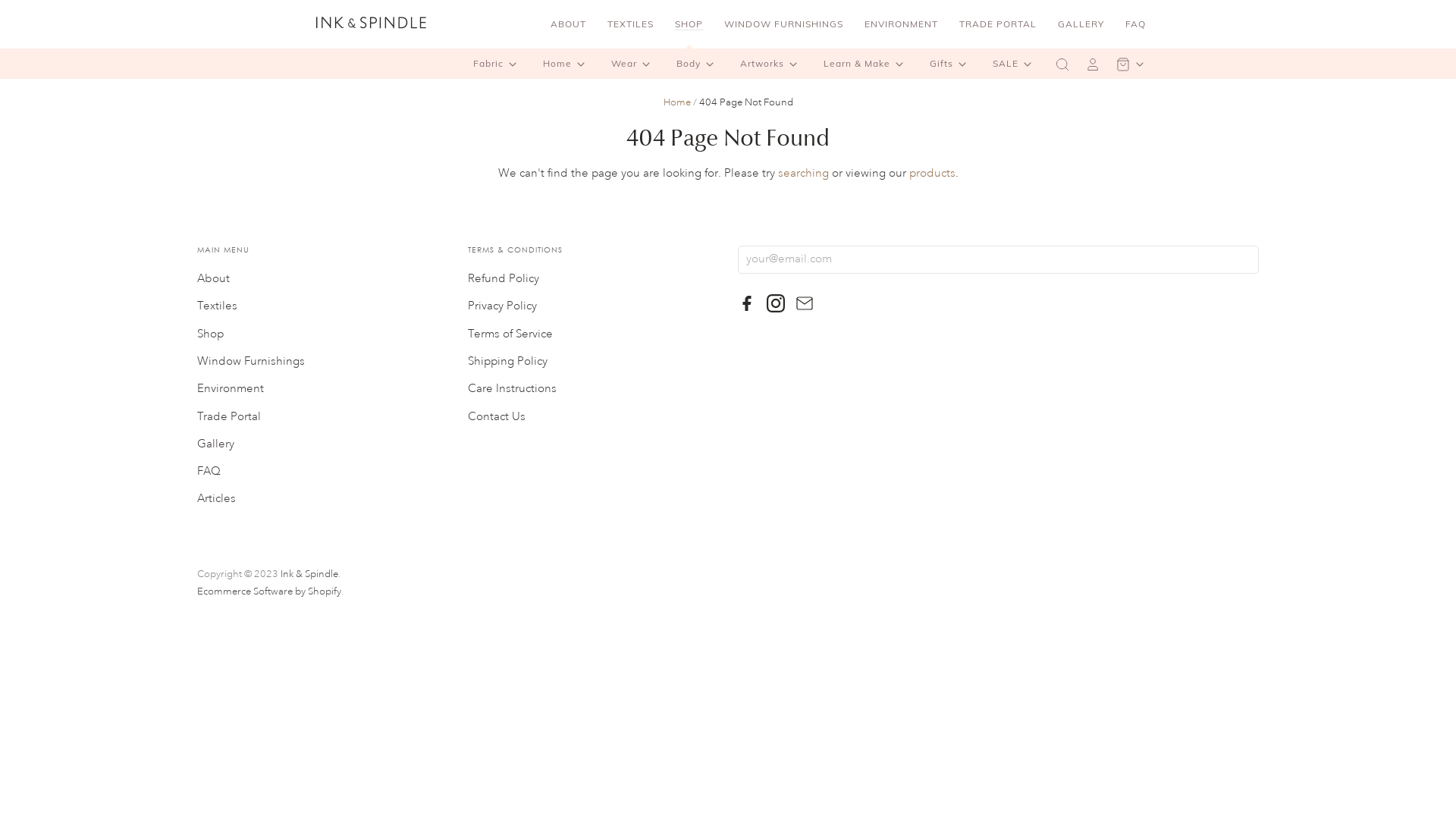  Describe the element at coordinates (783, 24) in the screenshot. I see `'WINDOW FURNISHINGS'` at that location.